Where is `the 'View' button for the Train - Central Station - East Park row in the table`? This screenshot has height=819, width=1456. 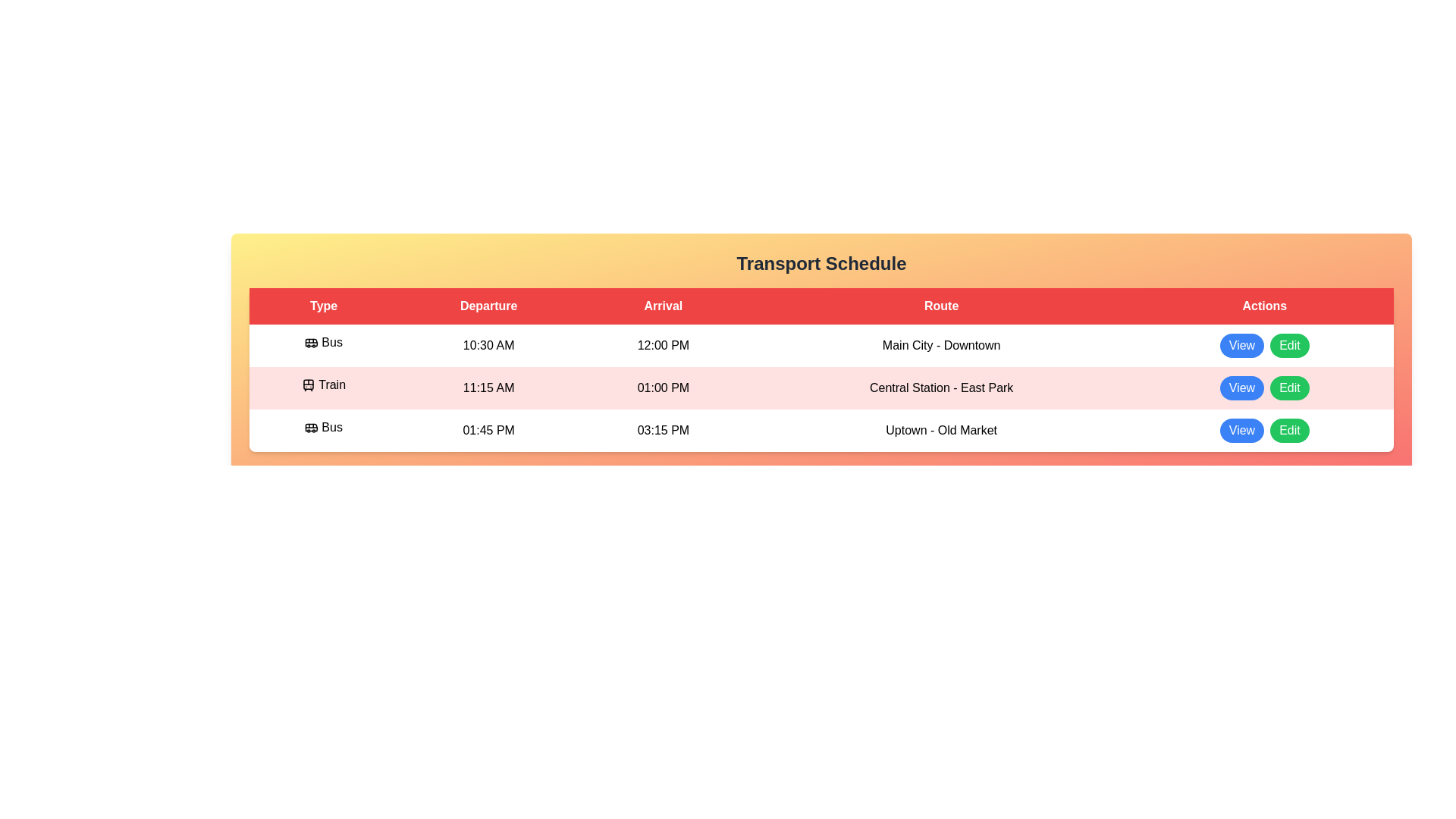
the 'View' button for the Train - Central Station - East Park row in the table is located at coordinates (1241, 388).